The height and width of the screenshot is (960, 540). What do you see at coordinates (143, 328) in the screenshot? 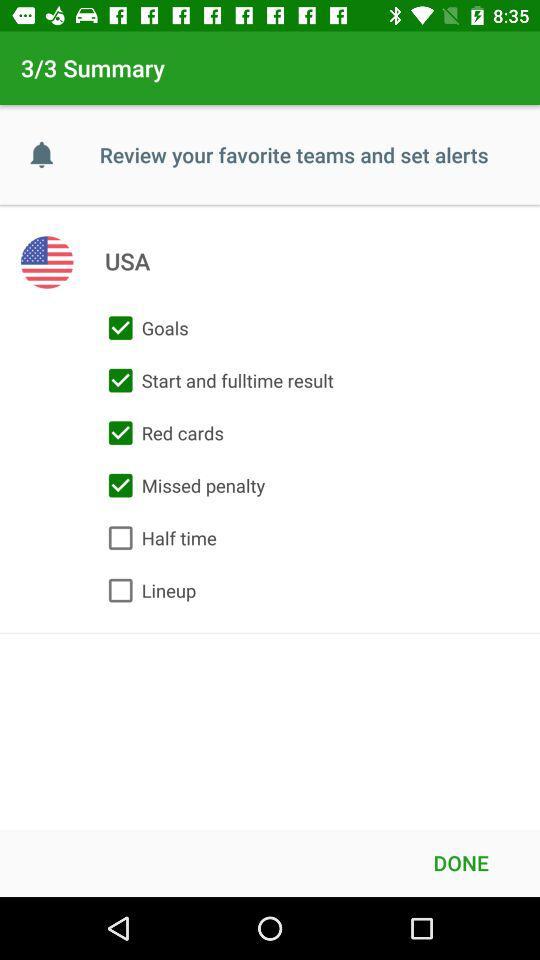
I see `goals` at bounding box center [143, 328].